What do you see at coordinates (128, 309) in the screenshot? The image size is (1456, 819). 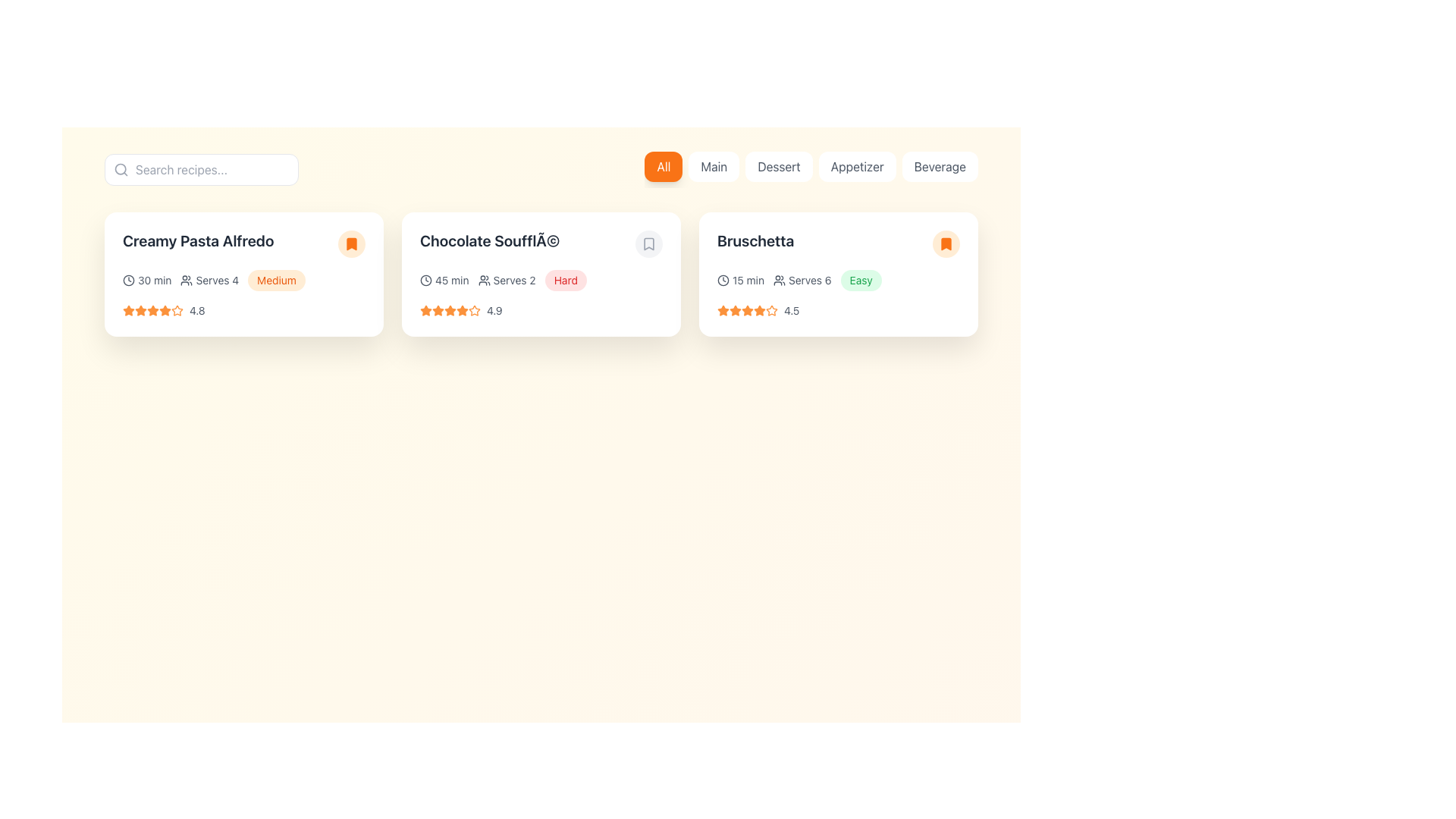 I see `the first orange star-shaped icon used for rating, located in the bottom-left section of the 'Creamy Pasta Alfredo' card` at bounding box center [128, 309].